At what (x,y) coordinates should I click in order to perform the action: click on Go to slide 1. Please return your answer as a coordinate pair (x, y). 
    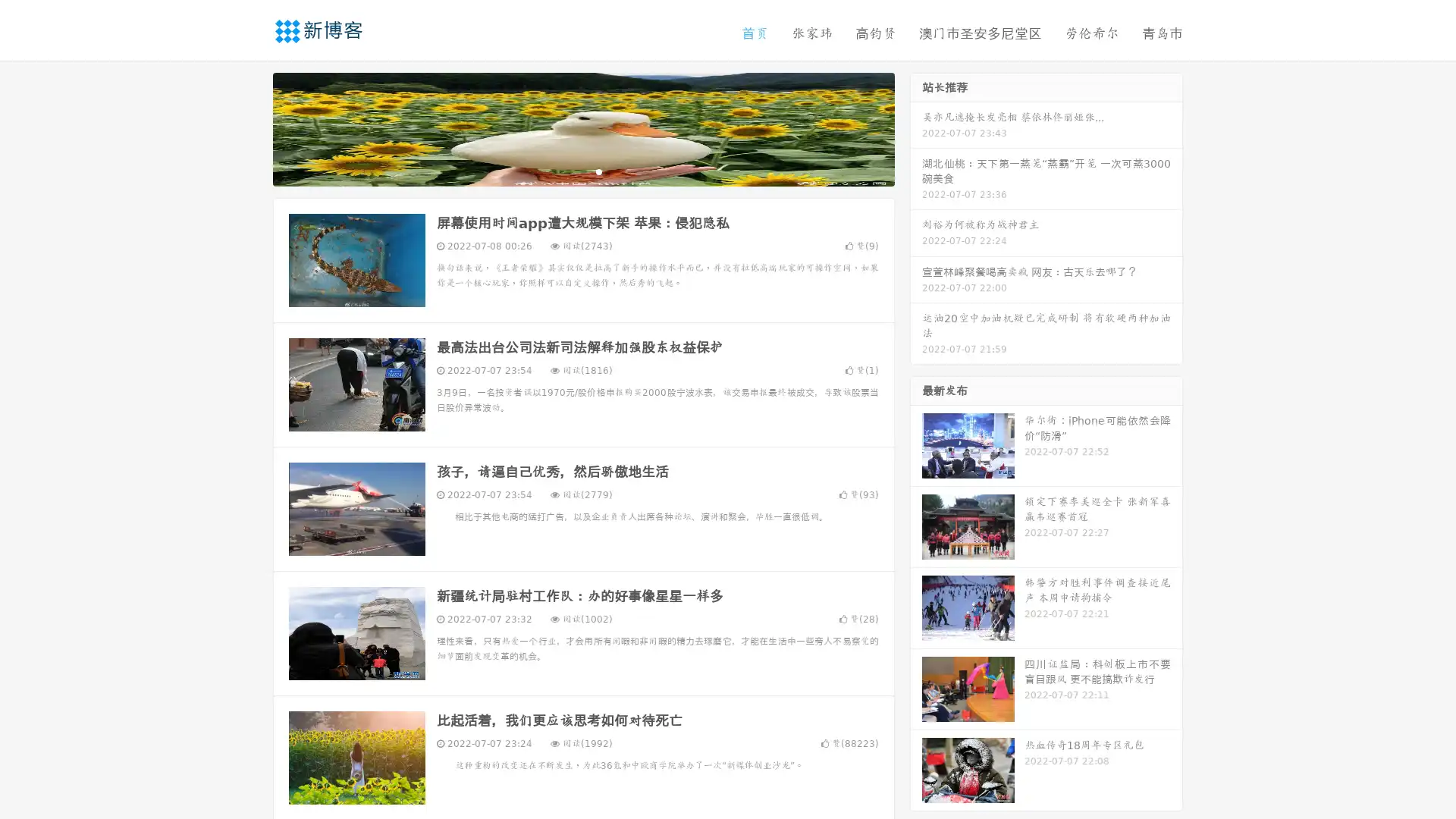
    Looking at the image, I should click on (567, 171).